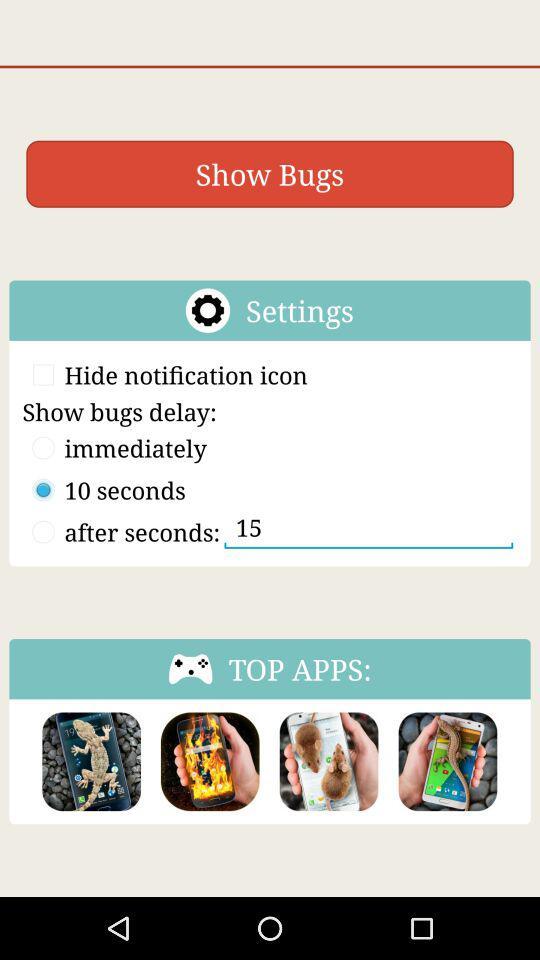  Describe the element at coordinates (209, 815) in the screenshot. I see `the avatar icon` at that location.